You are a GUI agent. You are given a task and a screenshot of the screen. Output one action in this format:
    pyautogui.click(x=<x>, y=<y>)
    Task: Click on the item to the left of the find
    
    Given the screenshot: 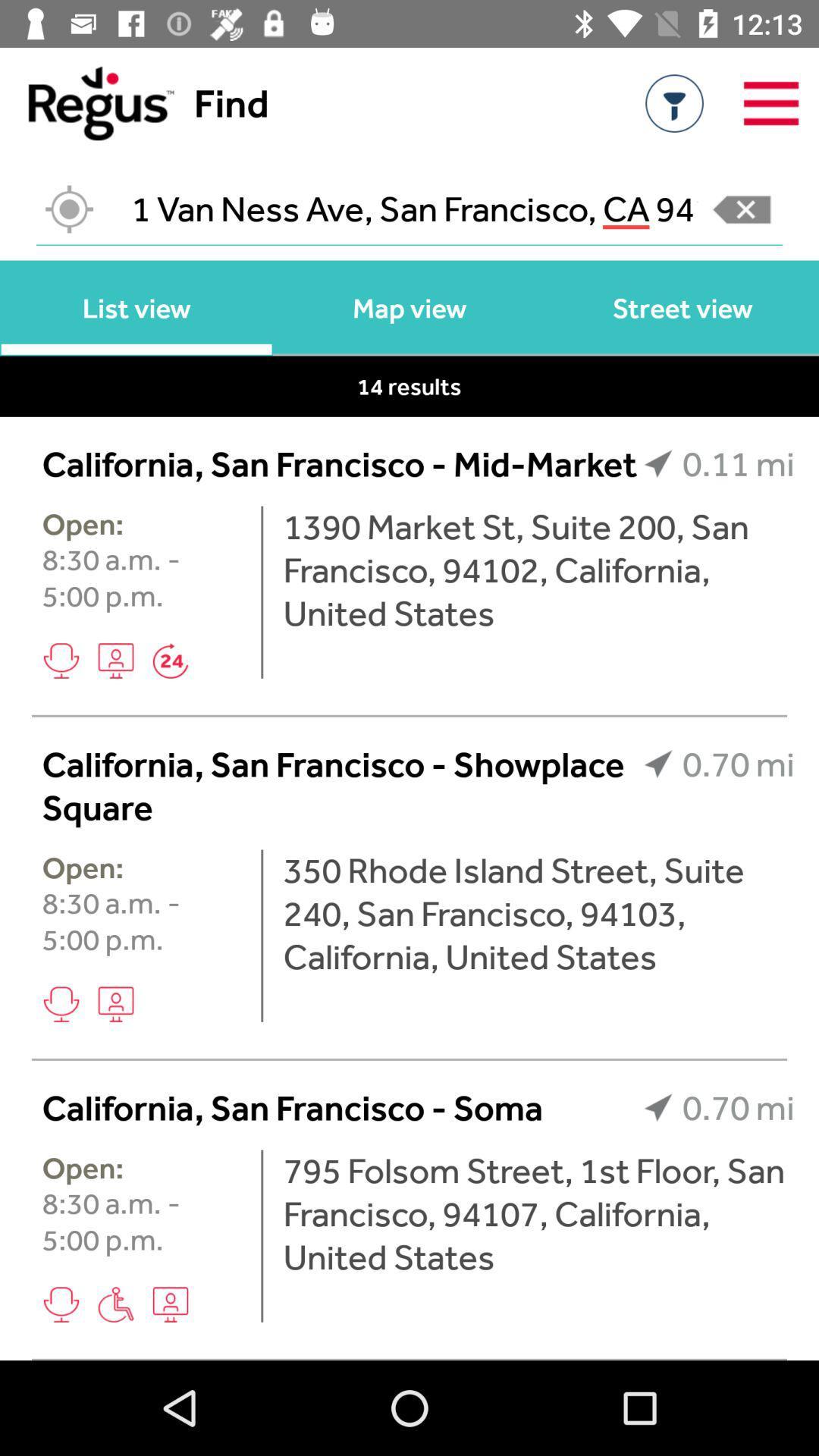 What is the action you would take?
    pyautogui.click(x=86, y=102)
    